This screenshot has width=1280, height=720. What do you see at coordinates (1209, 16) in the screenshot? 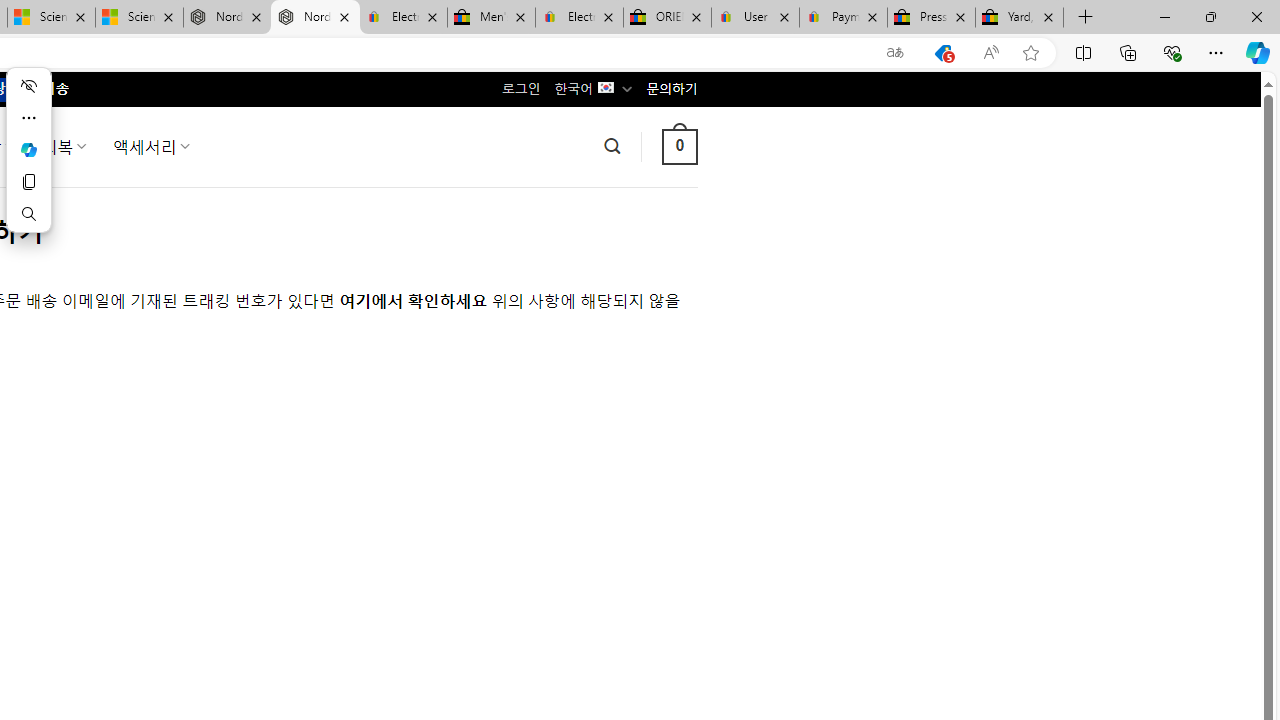
I see `'Restore'` at bounding box center [1209, 16].